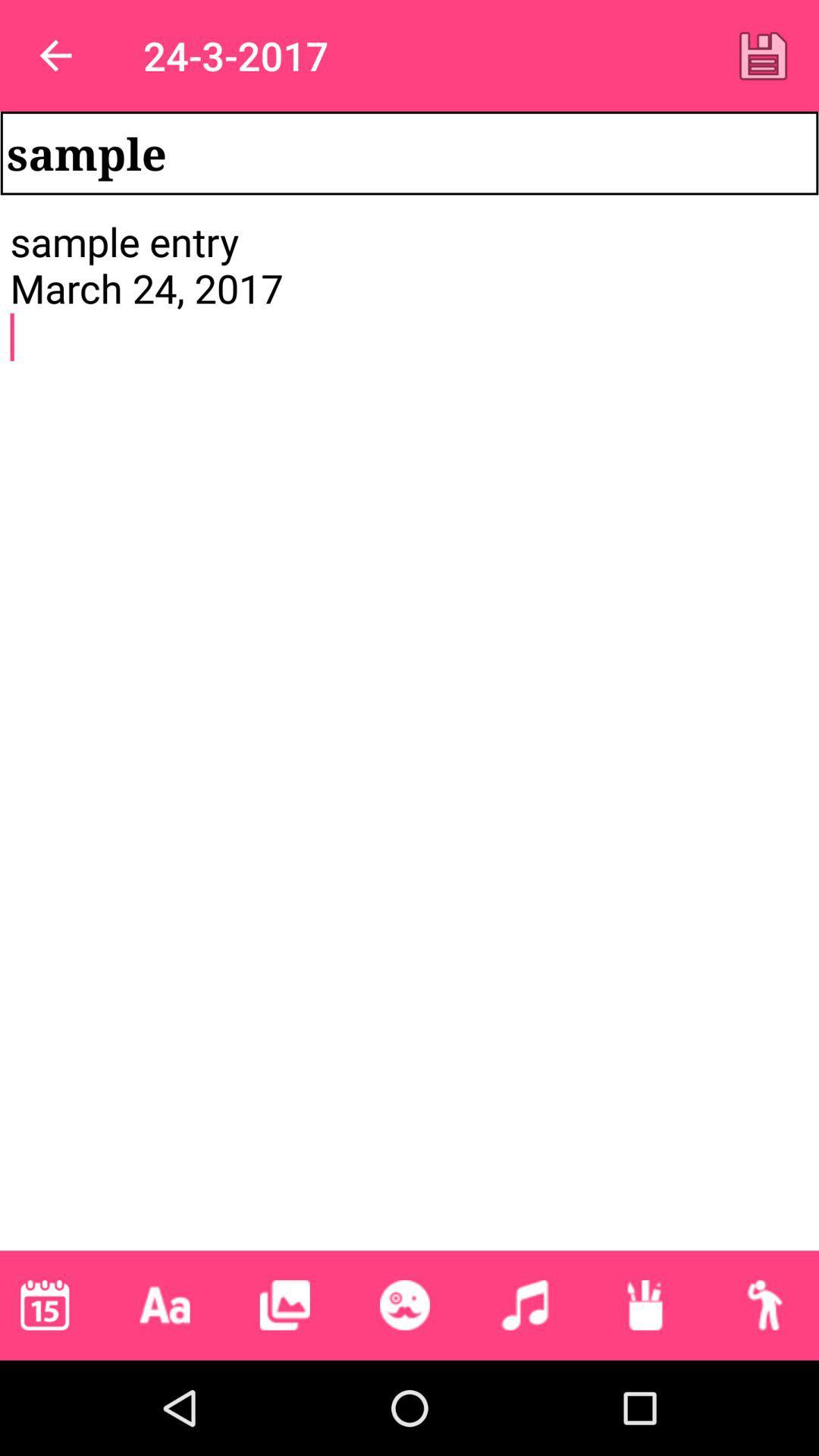  Describe the element at coordinates (284, 1304) in the screenshot. I see `photos` at that location.